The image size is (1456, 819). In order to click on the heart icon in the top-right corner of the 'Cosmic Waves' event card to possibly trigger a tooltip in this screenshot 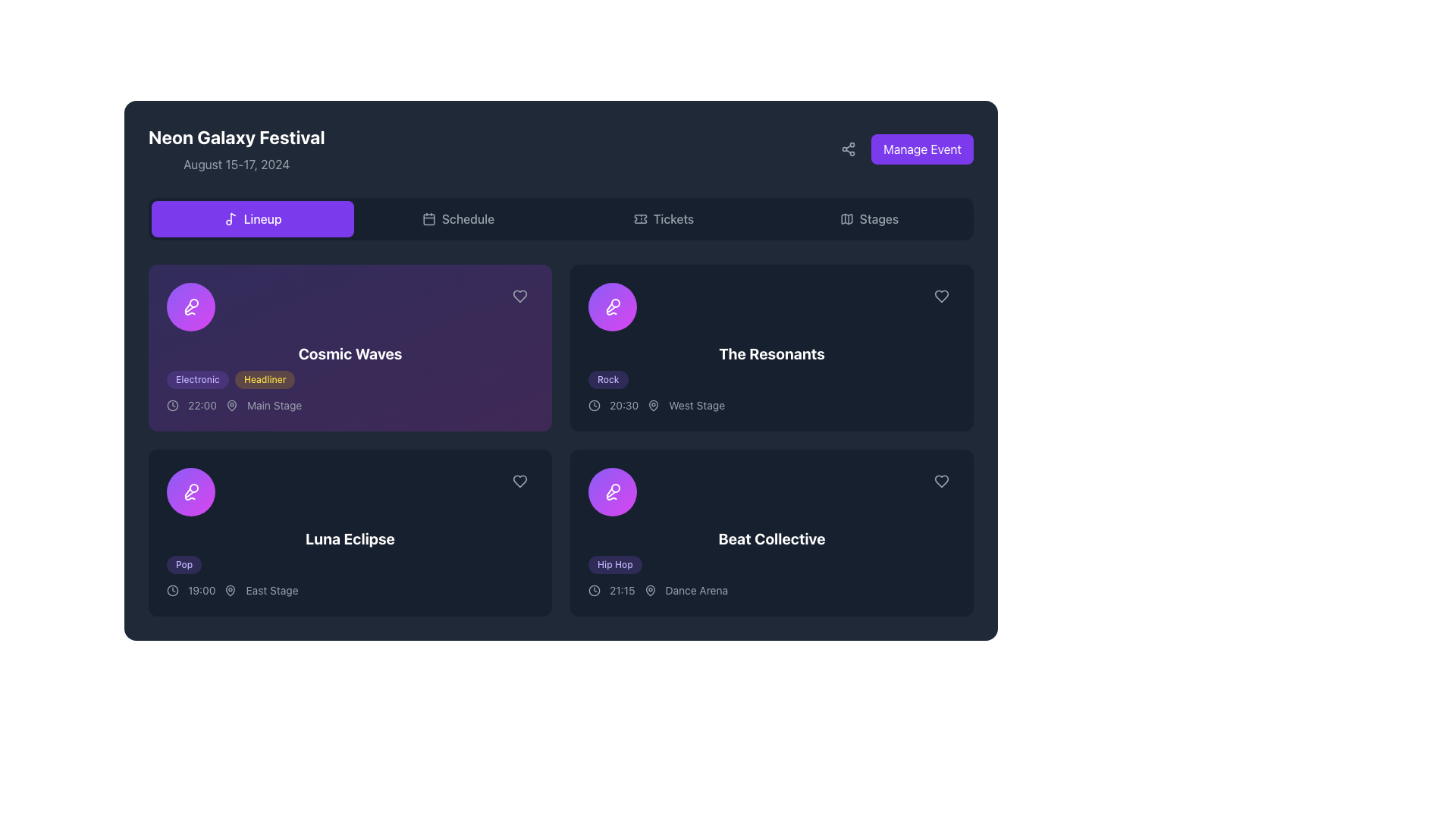, I will do `click(520, 296)`.